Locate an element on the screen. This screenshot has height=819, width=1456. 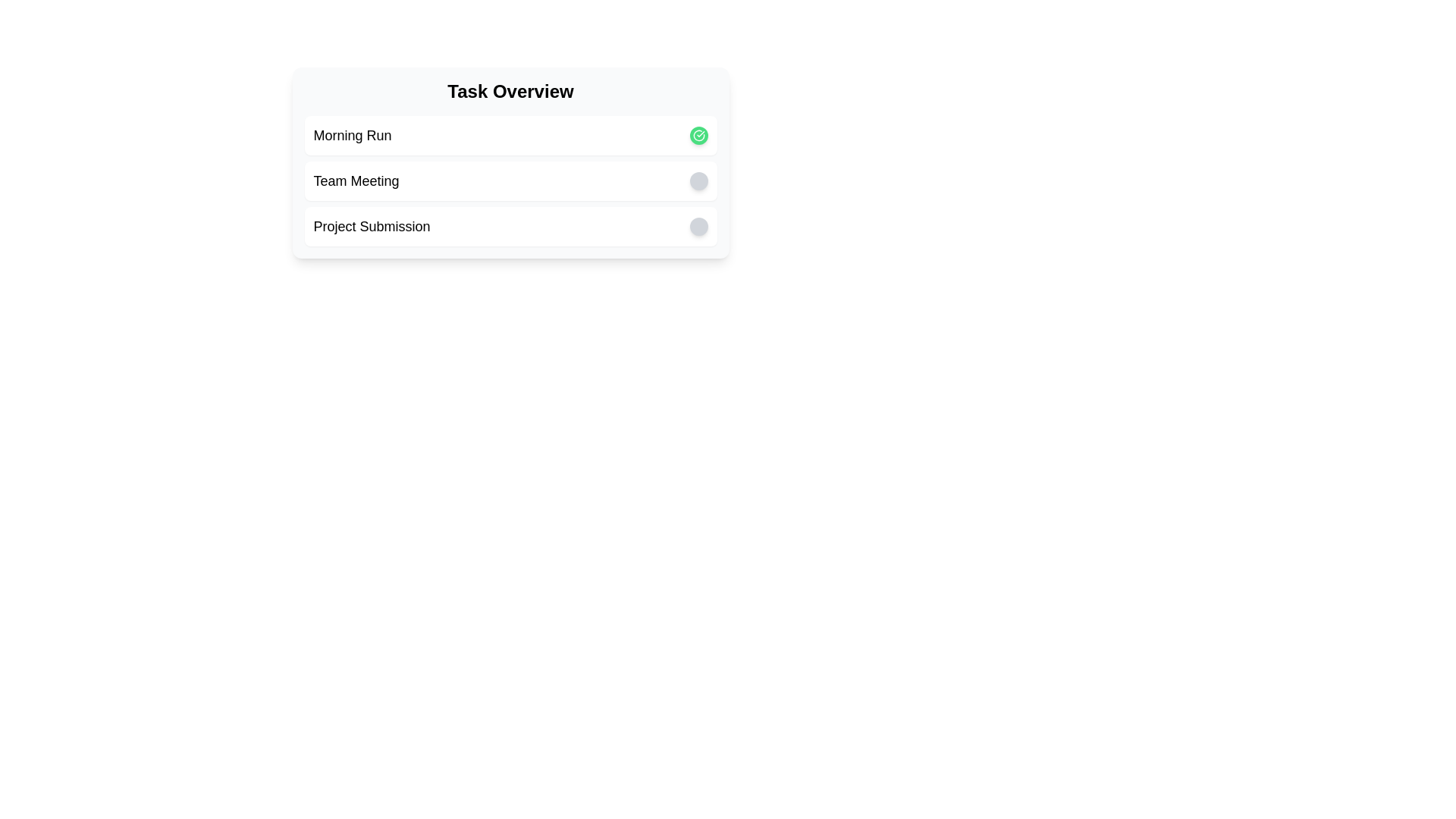
the 'Task Overview' text header, which is prominently displayed at the top of the panel, styled in bold and large font, serving as the heading for the task list is located at coordinates (510, 91).